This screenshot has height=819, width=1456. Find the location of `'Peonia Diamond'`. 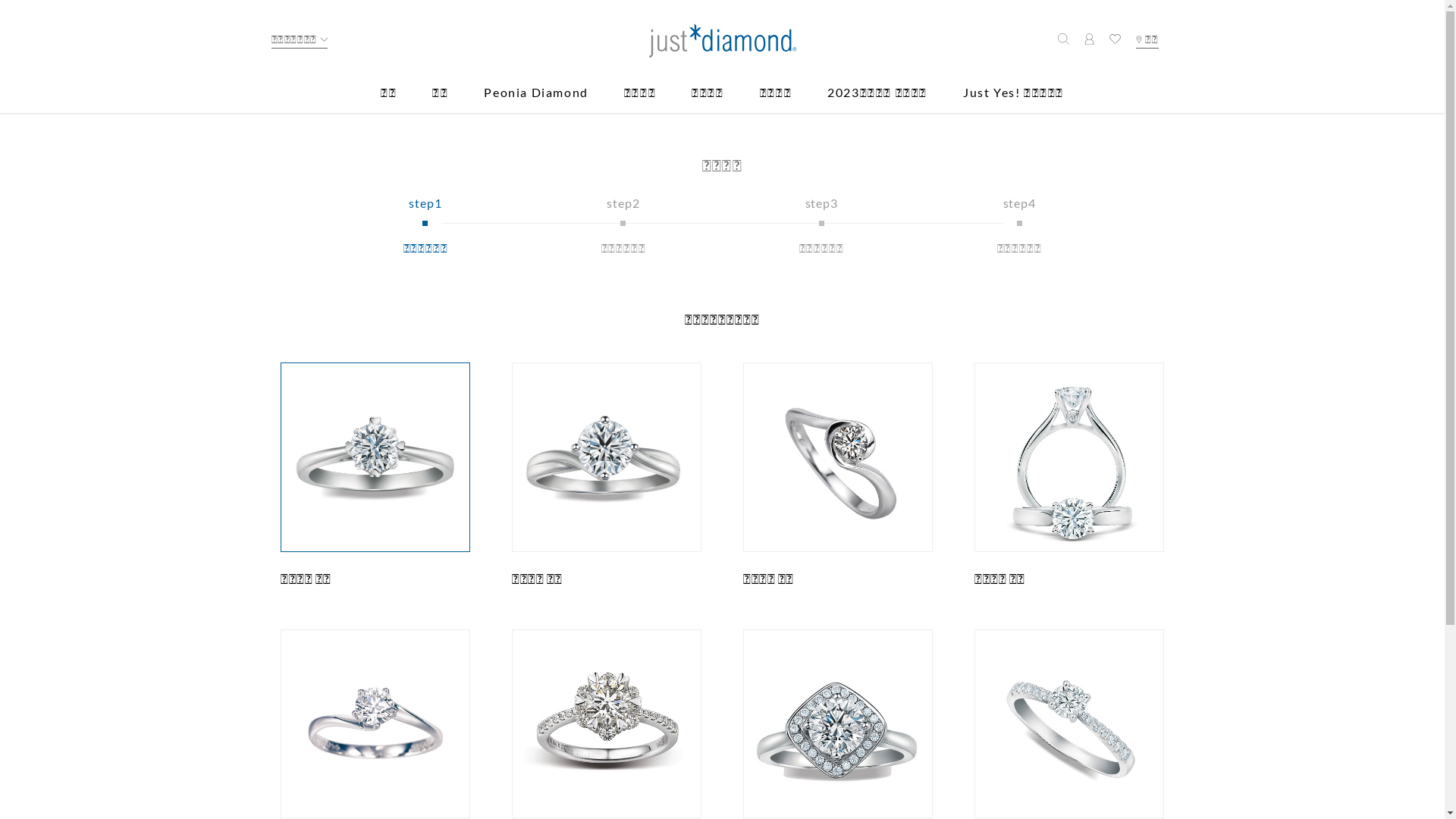

'Peonia Diamond' is located at coordinates (535, 99).